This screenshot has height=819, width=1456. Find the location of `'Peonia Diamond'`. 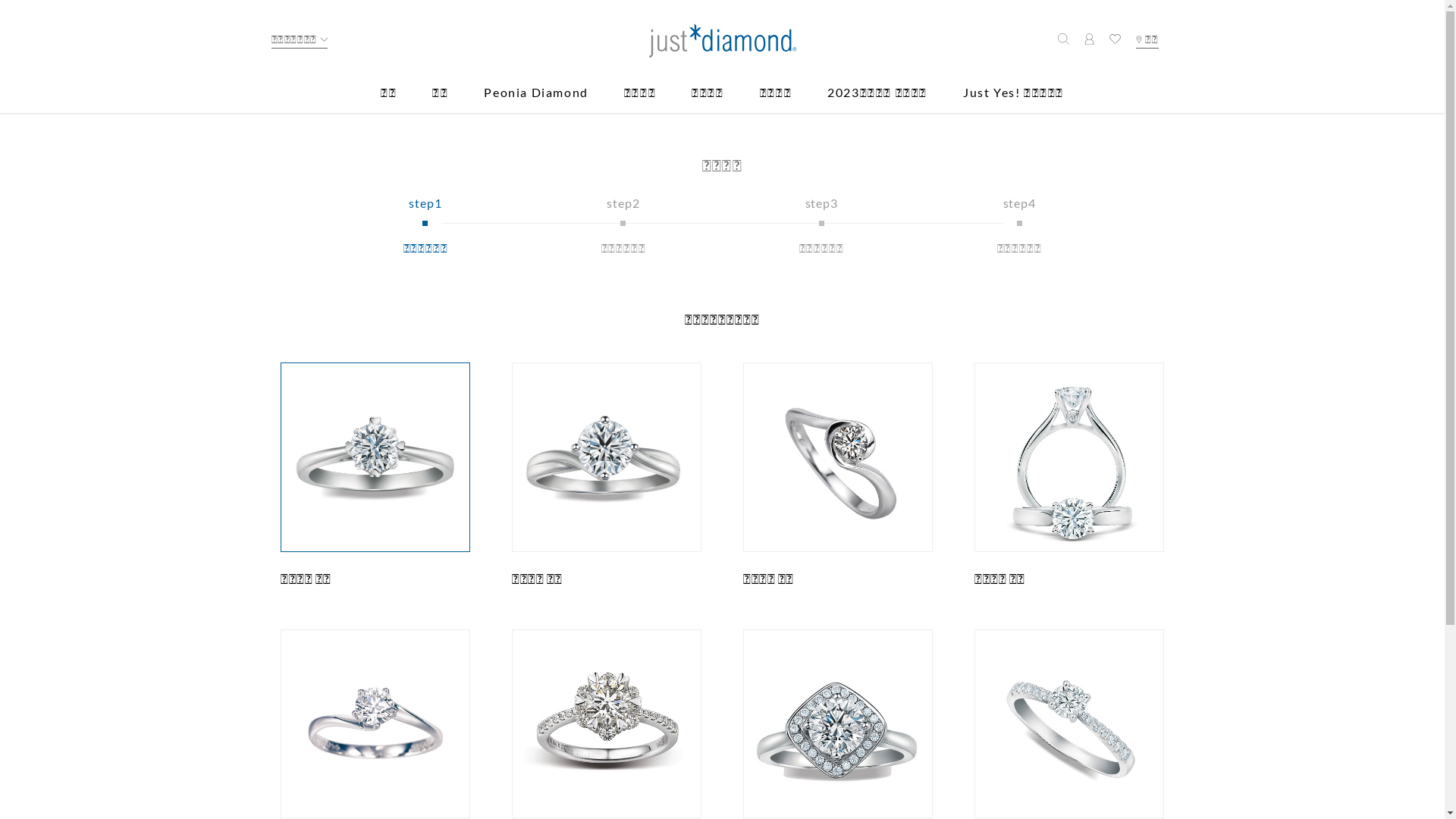

'Peonia Diamond' is located at coordinates (535, 99).